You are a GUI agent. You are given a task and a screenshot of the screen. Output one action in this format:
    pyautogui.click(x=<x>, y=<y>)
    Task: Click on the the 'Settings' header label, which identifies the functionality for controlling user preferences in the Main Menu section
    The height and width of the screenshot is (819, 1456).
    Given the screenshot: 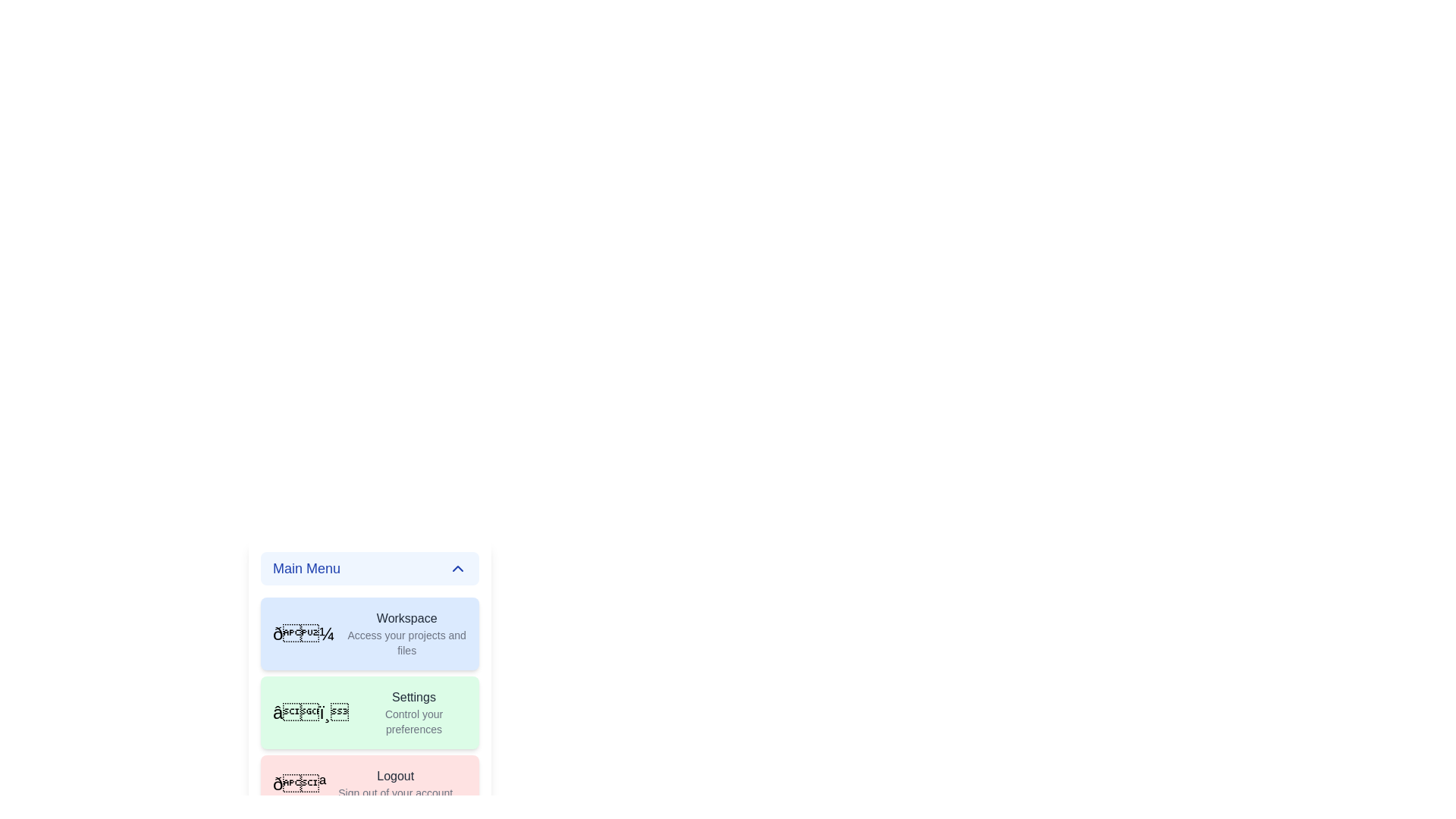 What is the action you would take?
    pyautogui.click(x=414, y=698)
    